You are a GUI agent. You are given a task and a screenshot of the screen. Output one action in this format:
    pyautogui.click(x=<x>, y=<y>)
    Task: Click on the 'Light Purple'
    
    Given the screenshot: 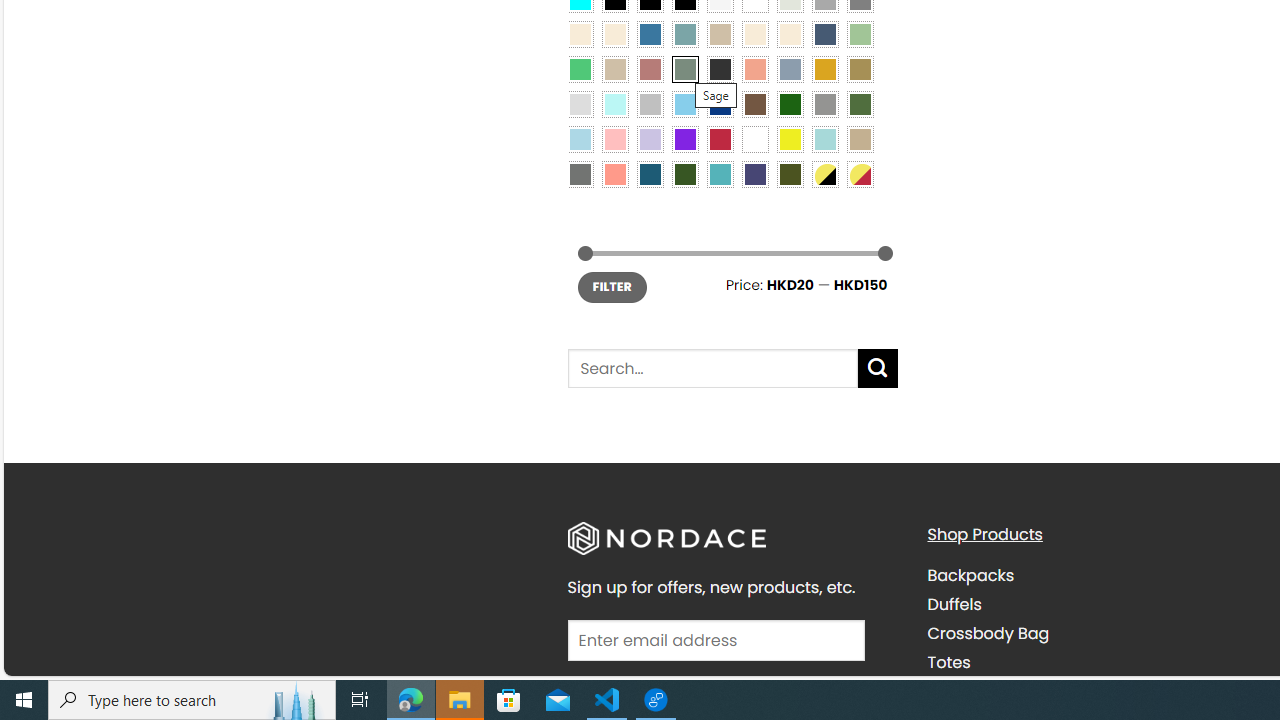 What is the action you would take?
    pyautogui.click(x=650, y=137)
    